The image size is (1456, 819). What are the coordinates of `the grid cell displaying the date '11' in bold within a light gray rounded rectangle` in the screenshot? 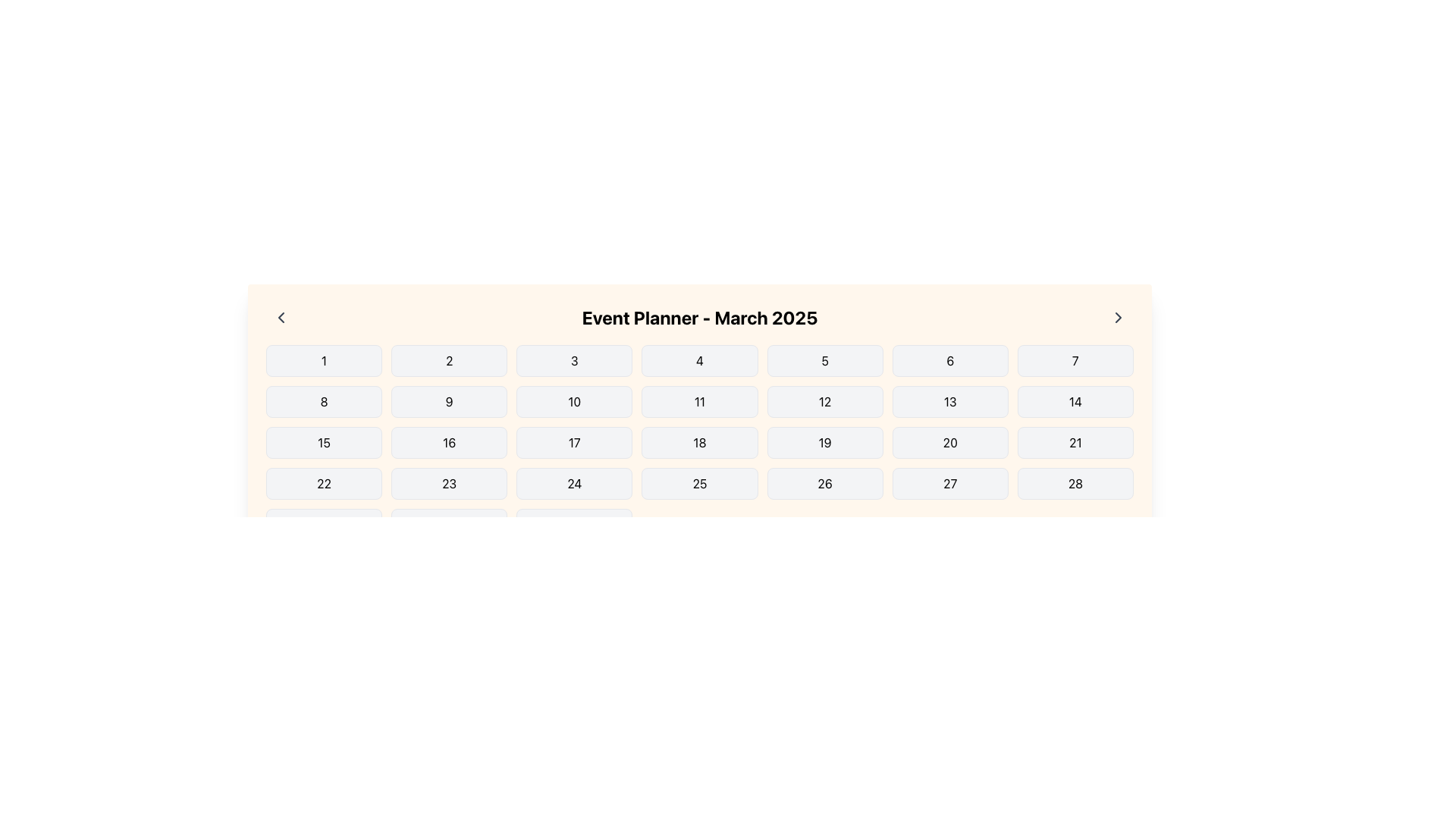 It's located at (698, 400).